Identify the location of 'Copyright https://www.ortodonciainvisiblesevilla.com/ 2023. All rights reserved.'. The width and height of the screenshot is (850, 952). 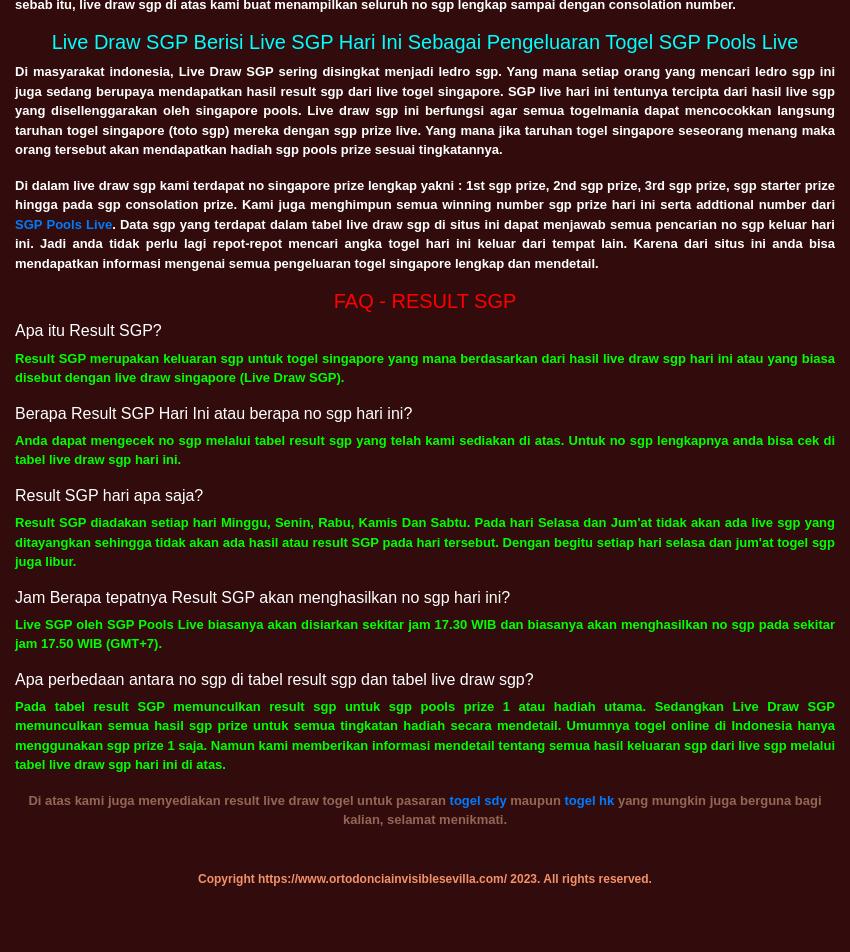
(424, 878).